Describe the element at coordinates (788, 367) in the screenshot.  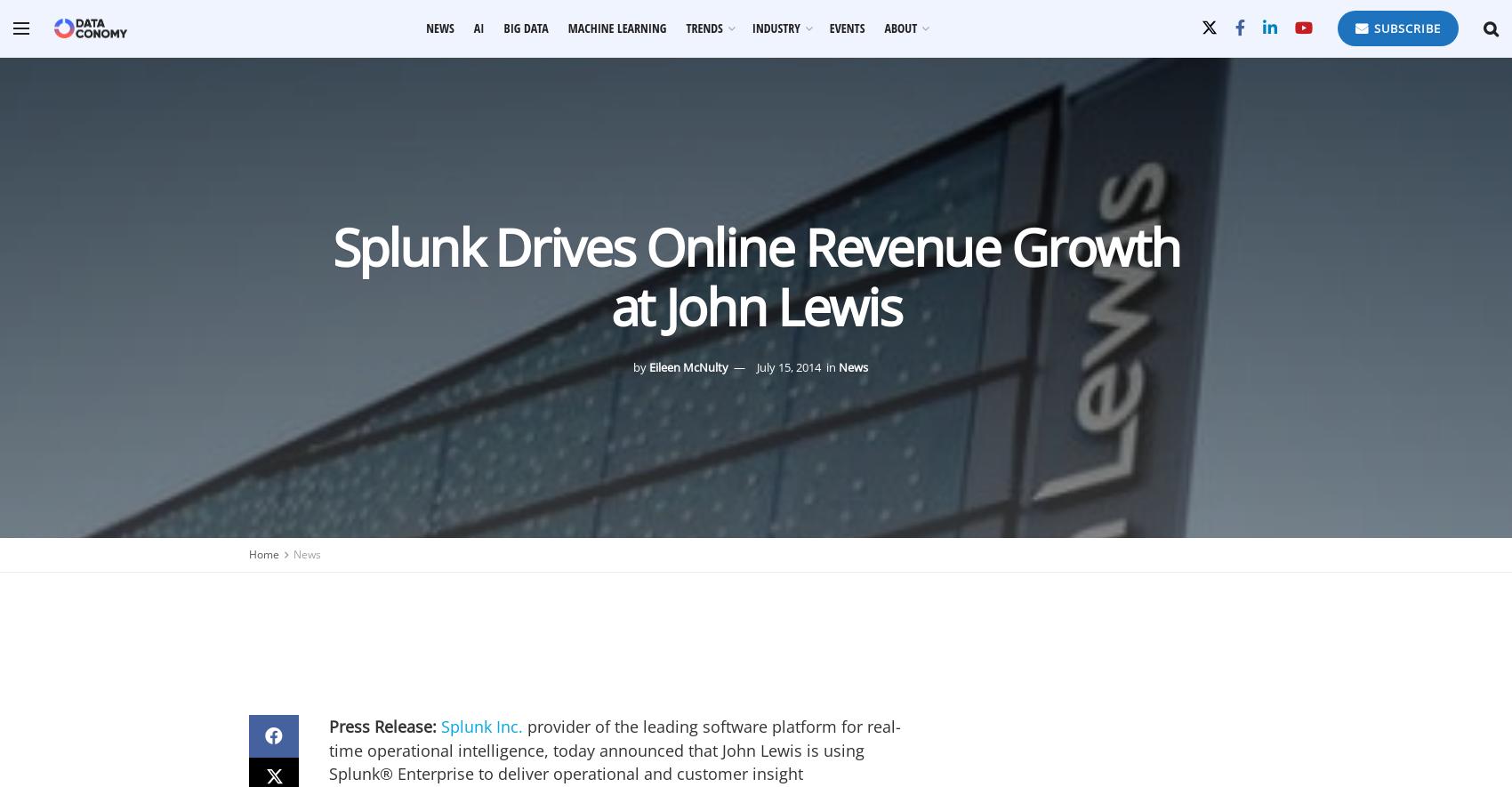
I see `'July 15, 2014'` at that location.